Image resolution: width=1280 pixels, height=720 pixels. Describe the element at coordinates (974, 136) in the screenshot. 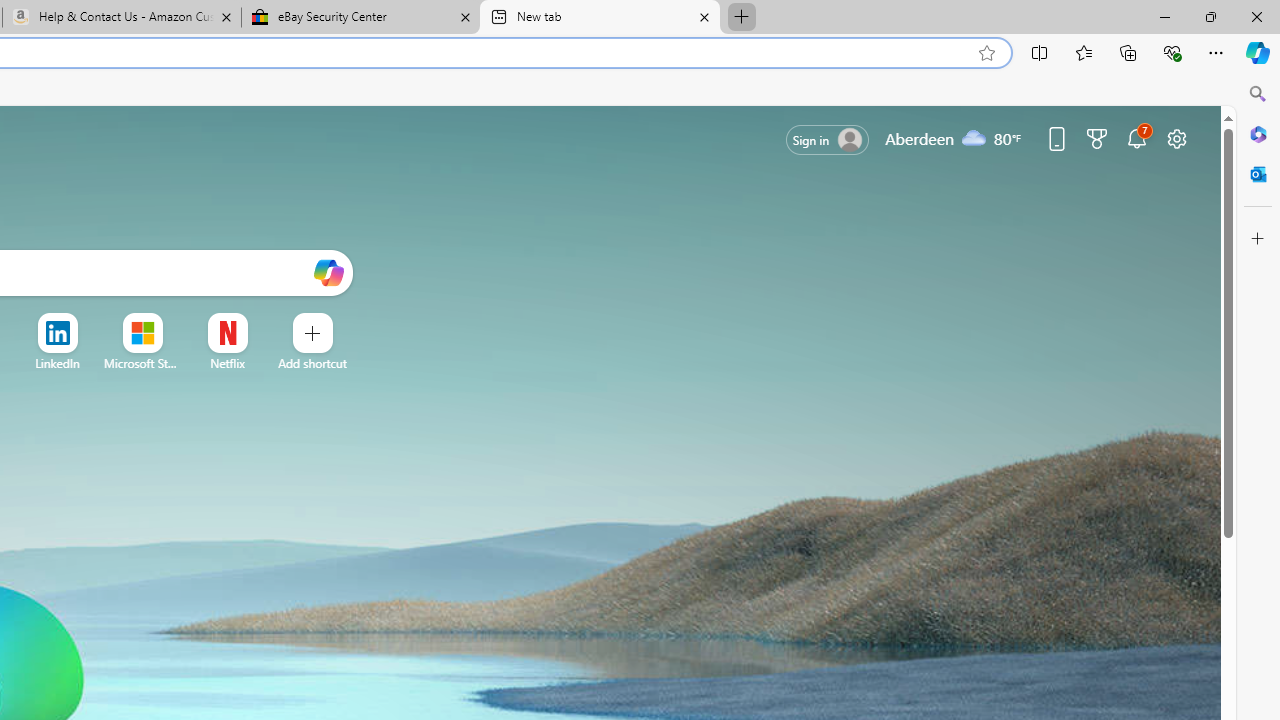

I see `'Cloudy'` at that location.